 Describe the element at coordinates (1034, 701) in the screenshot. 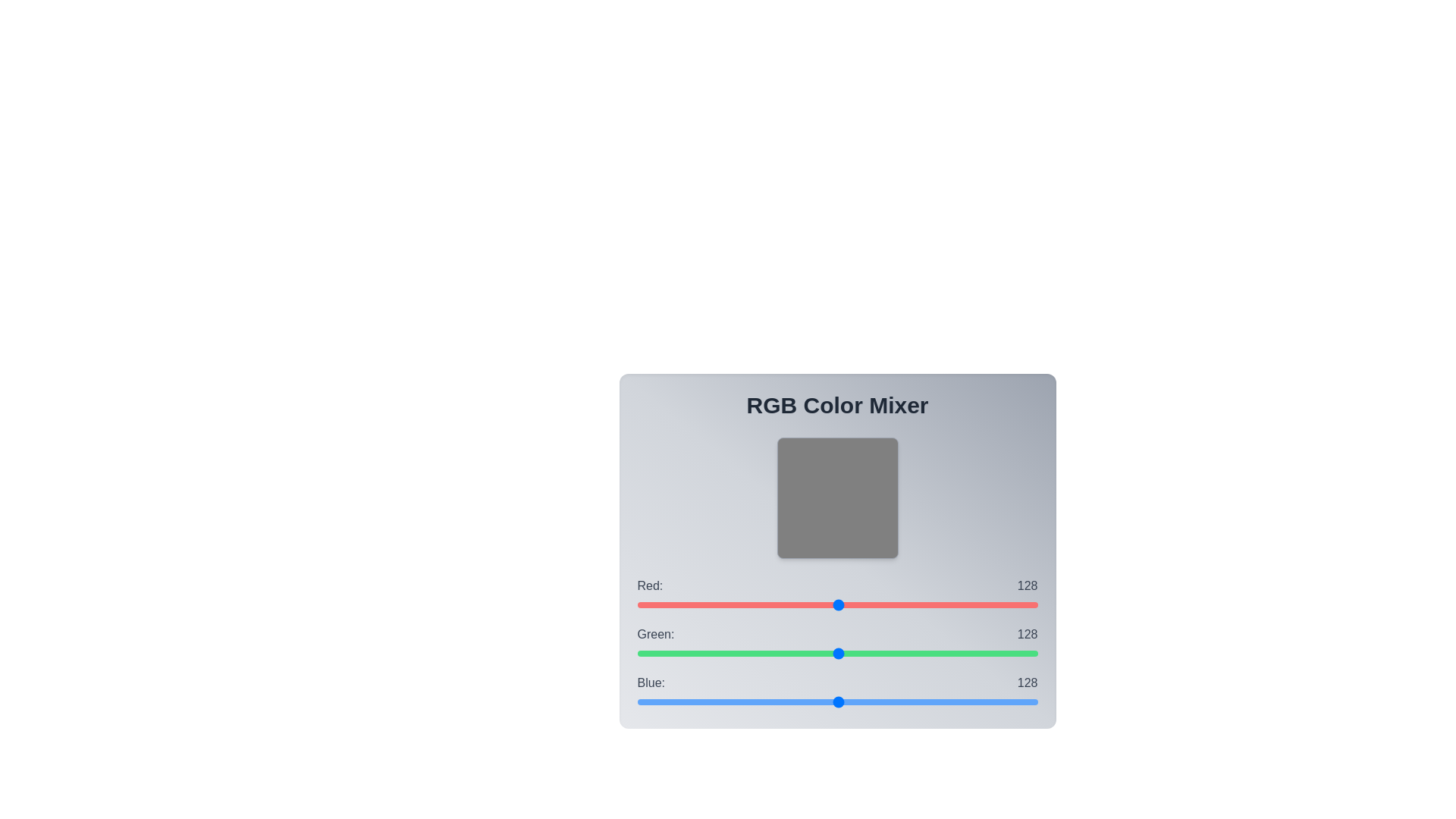

I see `the blue slider to set the blue value to 253` at that location.